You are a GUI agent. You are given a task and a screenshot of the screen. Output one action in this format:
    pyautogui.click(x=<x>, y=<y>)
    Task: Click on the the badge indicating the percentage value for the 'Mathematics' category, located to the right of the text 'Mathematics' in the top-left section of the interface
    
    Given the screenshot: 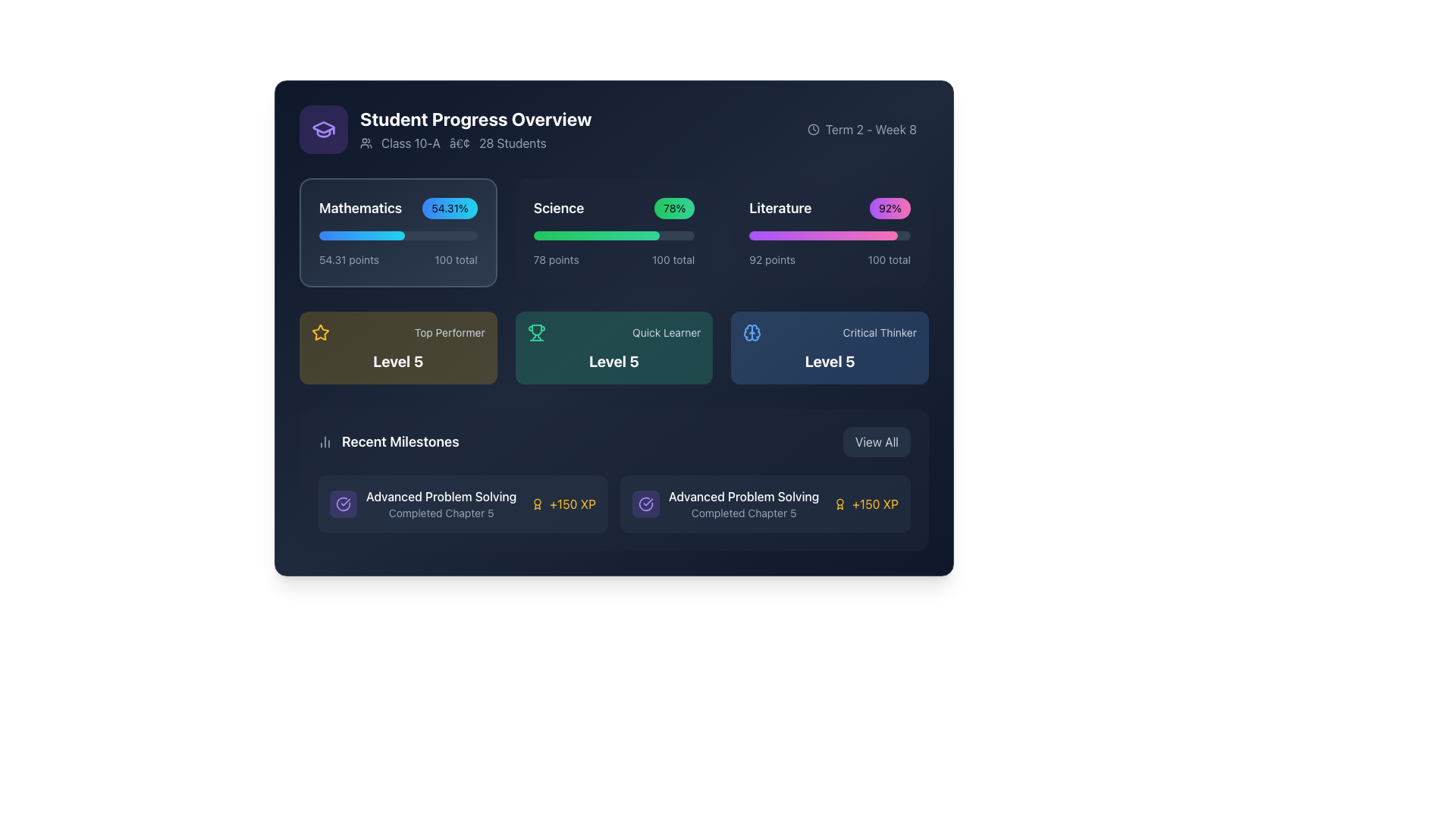 What is the action you would take?
    pyautogui.click(x=449, y=208)
    